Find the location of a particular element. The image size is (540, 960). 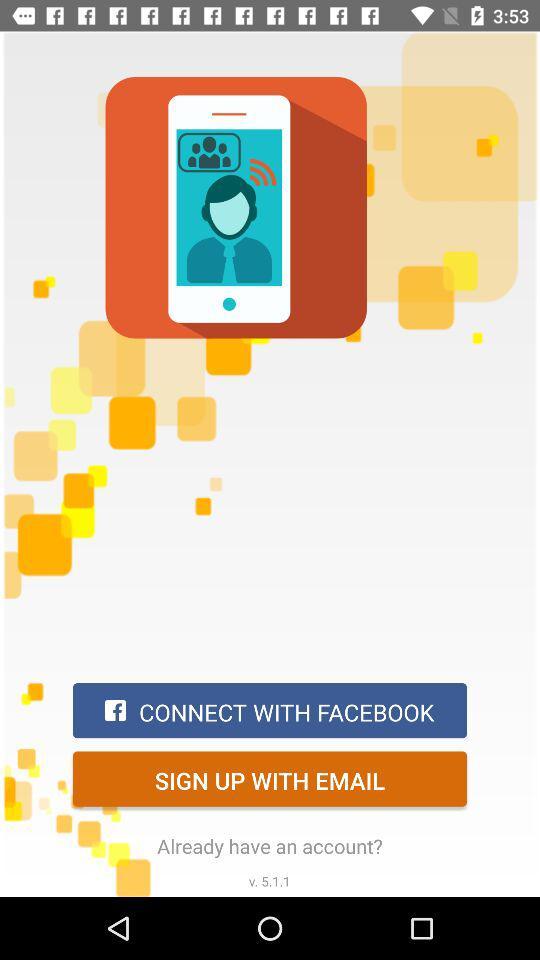

the already have an is located at coordinates (270, 845).